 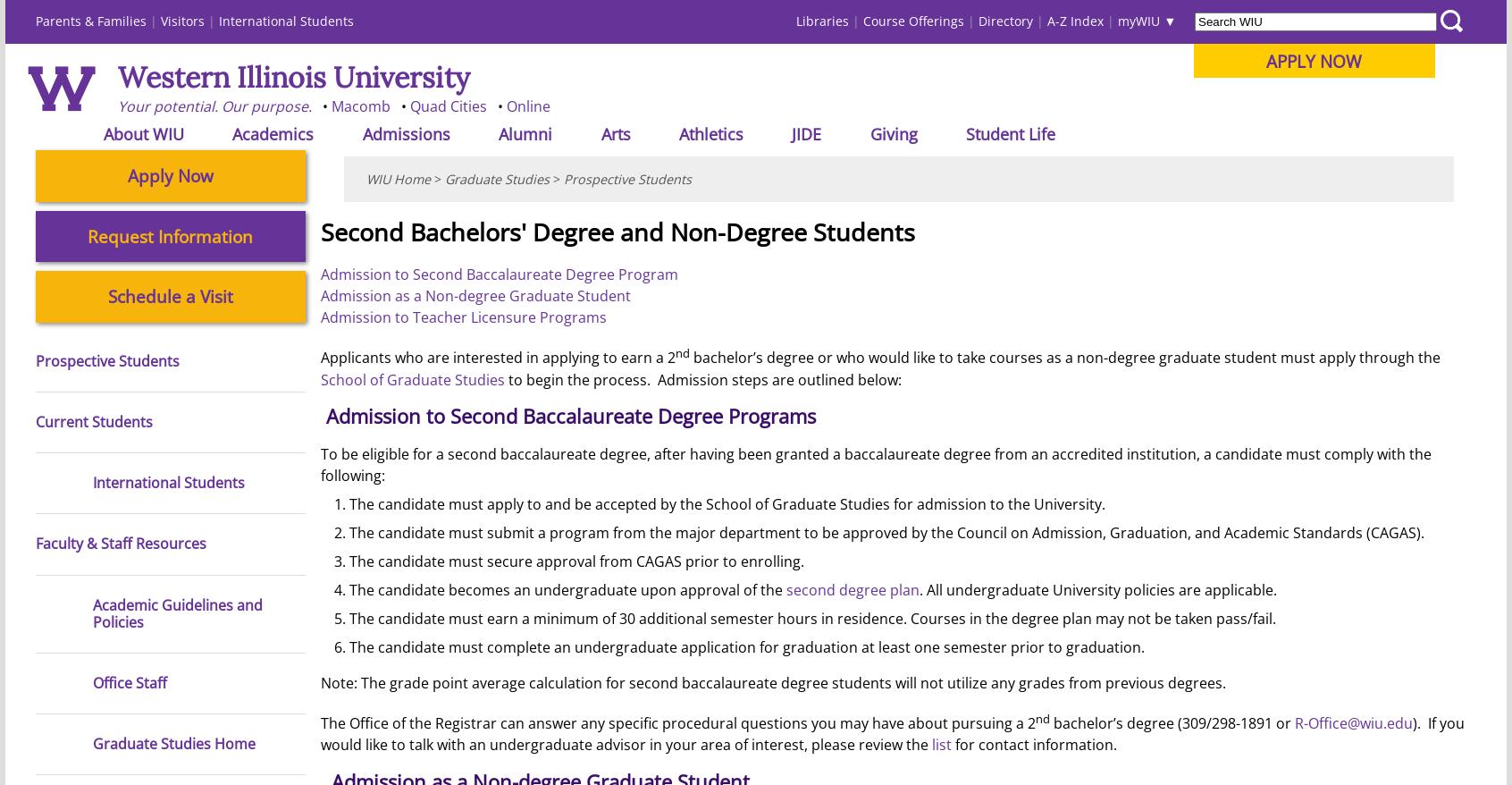 I want to click on 'JIDE', so click(x=790, y=132).